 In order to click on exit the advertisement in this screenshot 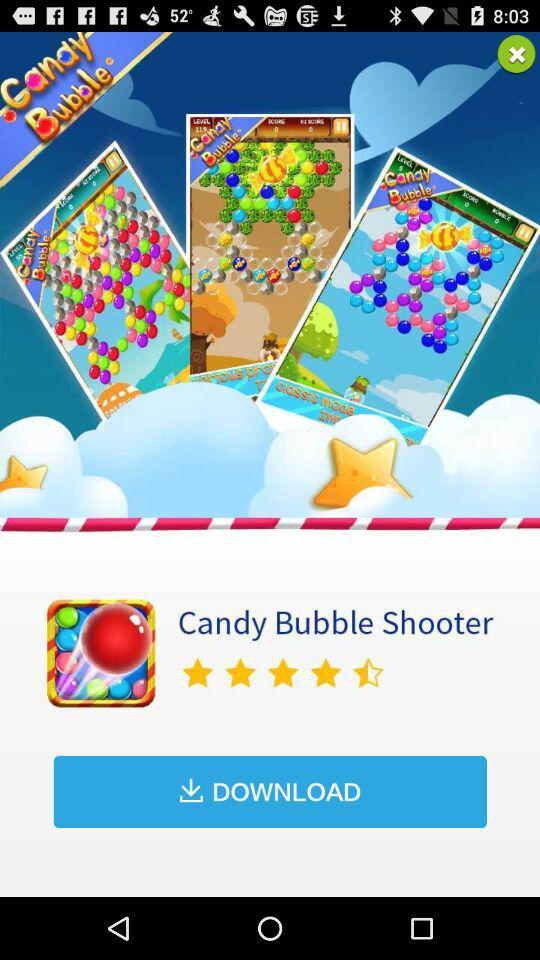, I will do `click(516, 53)`.